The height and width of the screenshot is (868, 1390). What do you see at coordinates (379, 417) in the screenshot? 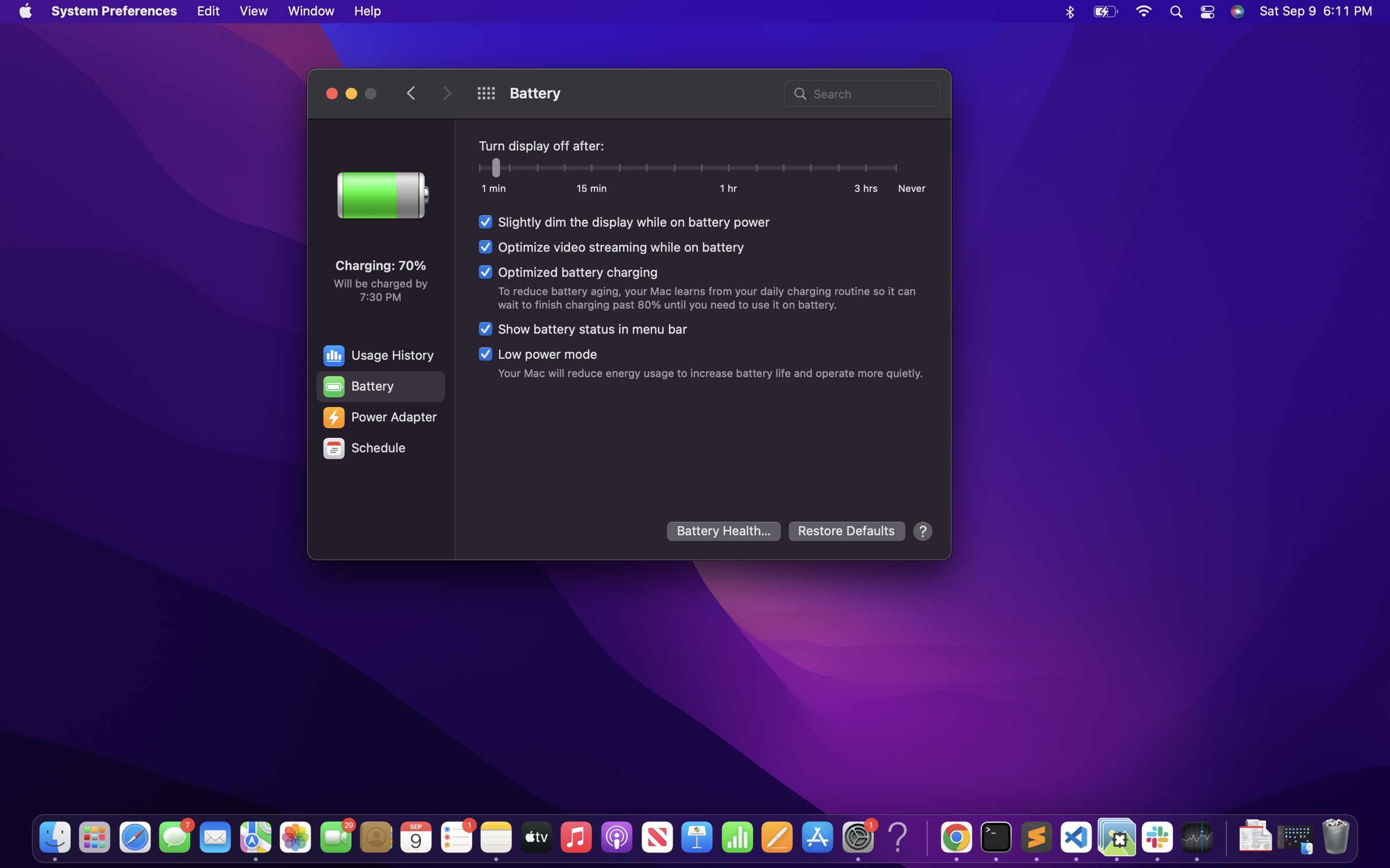
I see `the power adapter settings` at bounding box center [379, 417].